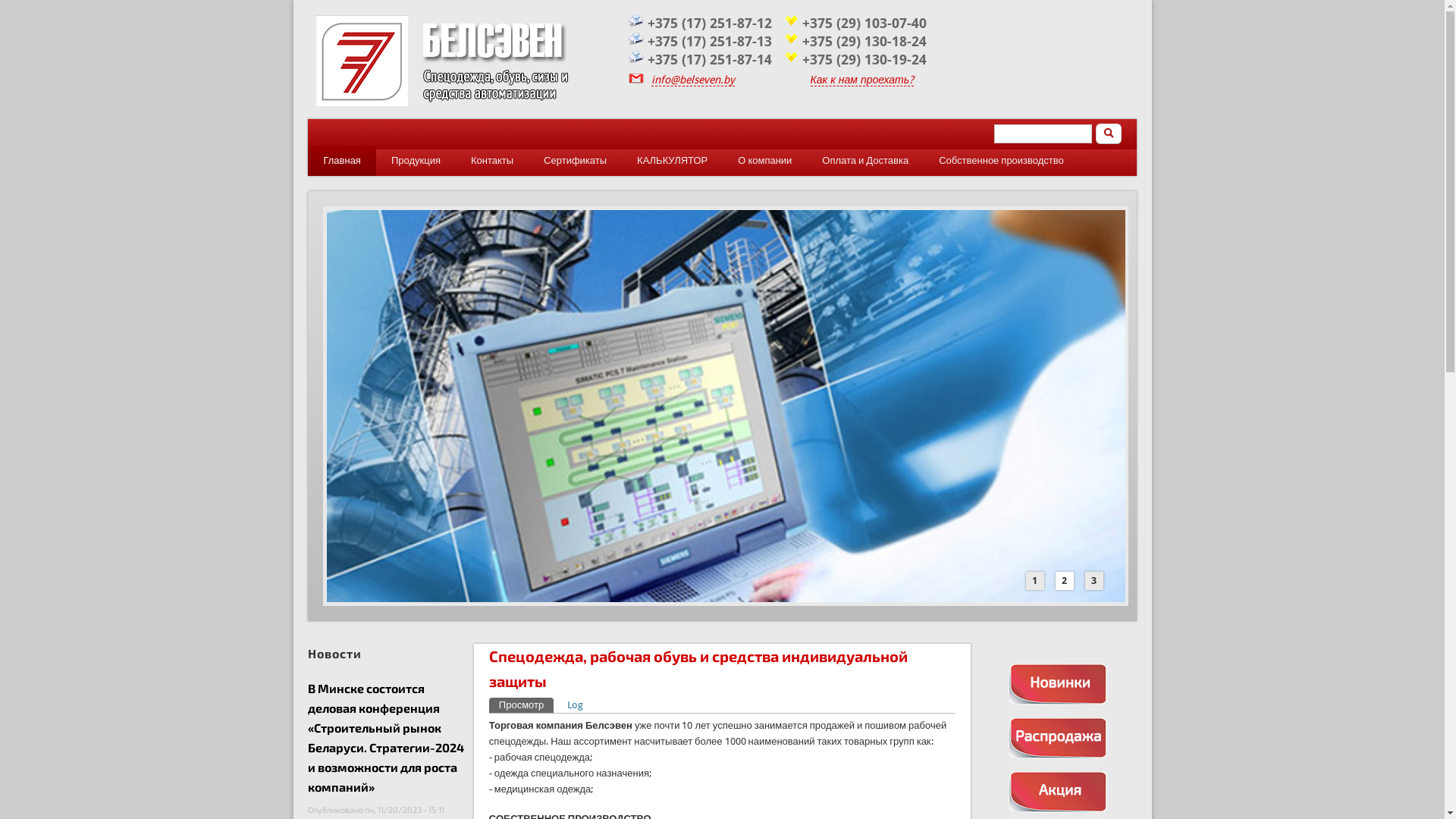 This screenshot has width=1456, height=819. Describe the element at coordinates (1084, 580) in the screenshot. I see `'3'` at that location.